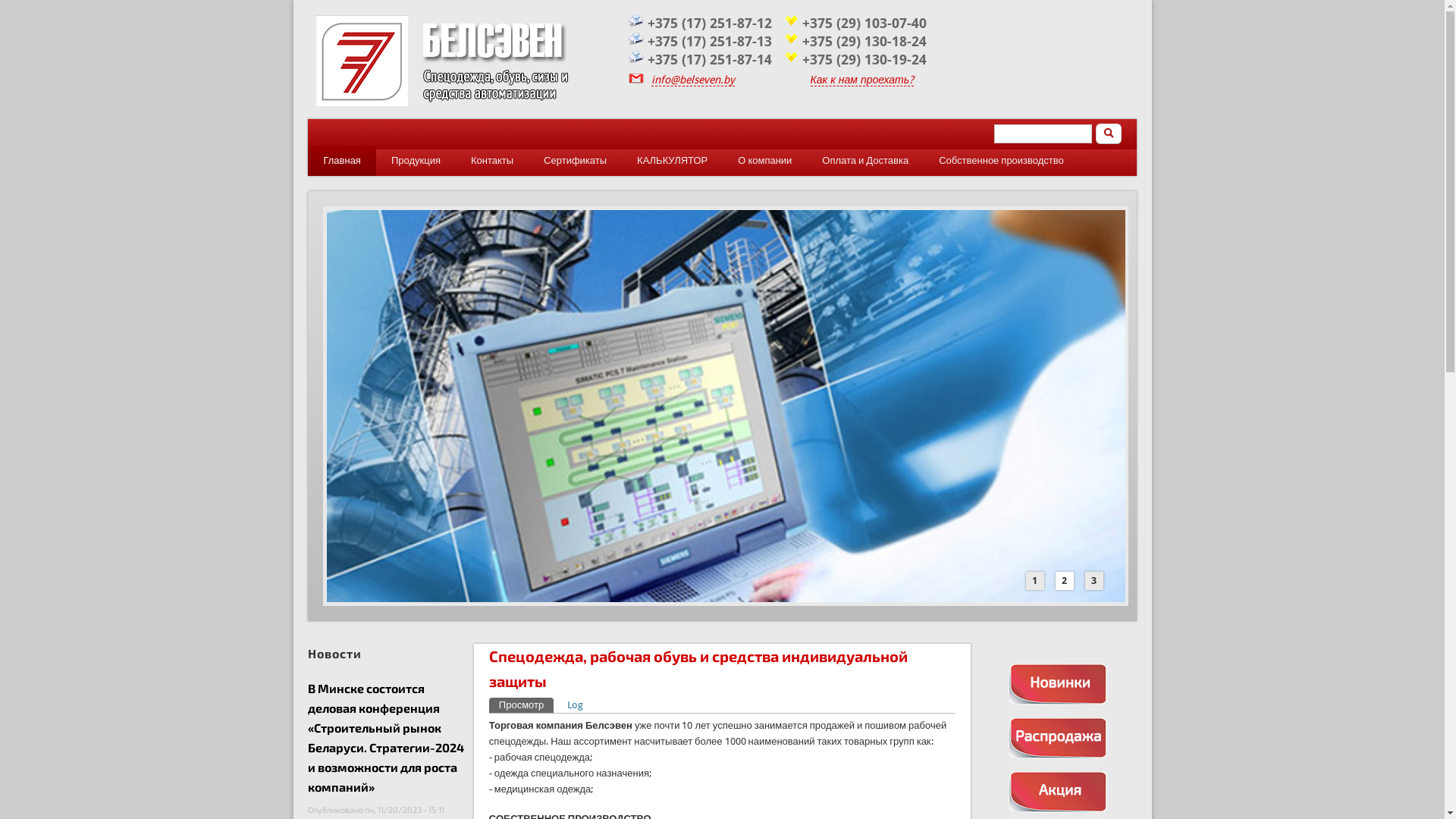 This screenshot has width=1456, height=819. Describe the element at coordinates (1084, 580) in the screenshot. I see `'3'` at that location.